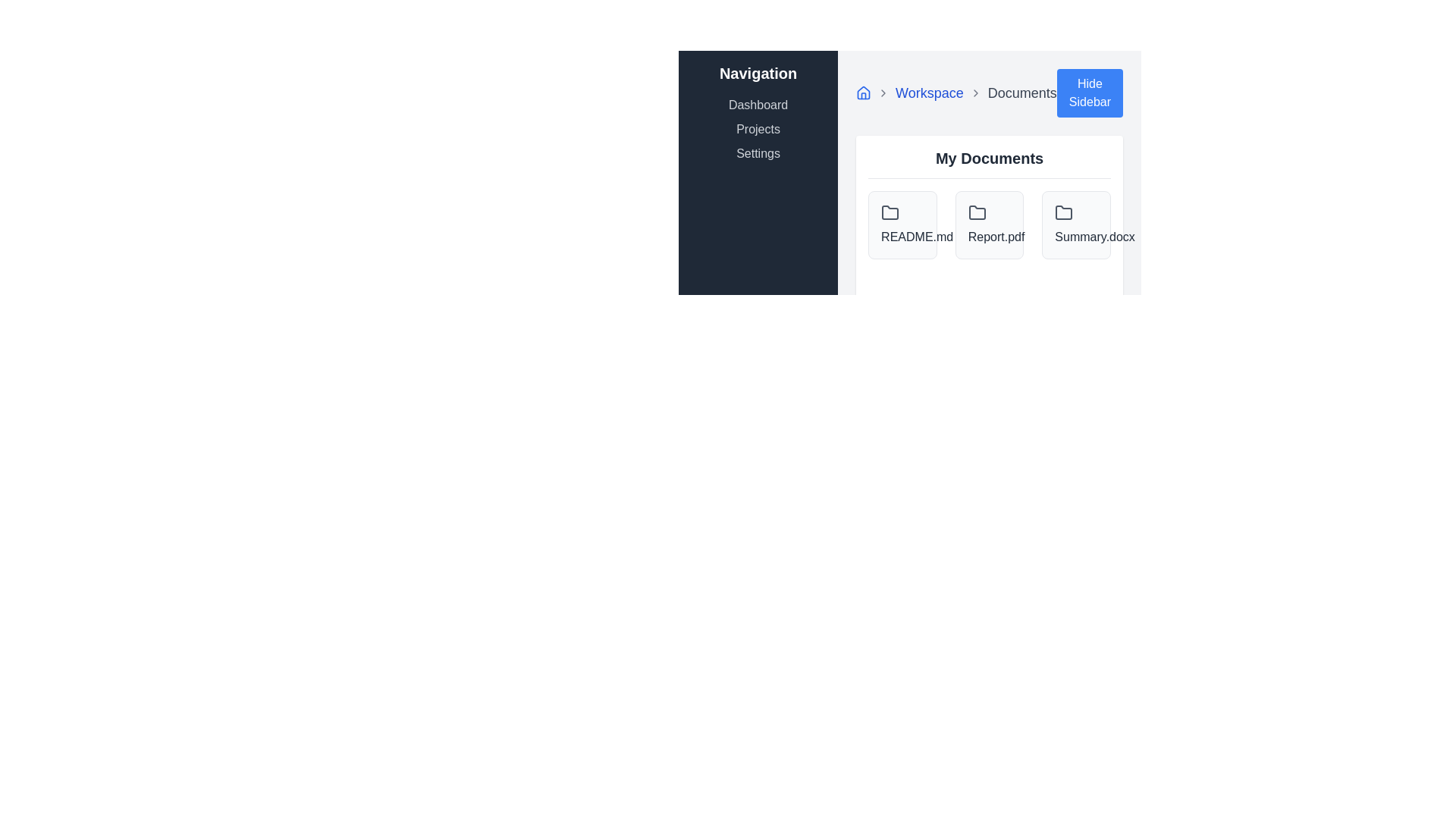 This screenshot has height=819, width=1456. Describe the element at coordinates (902, 225) in the screenshot. I see `the clickable card labeled 'README.md', which has a folder icon at the top and is positioned in the first column of the 'My Documents' grid` at that location.